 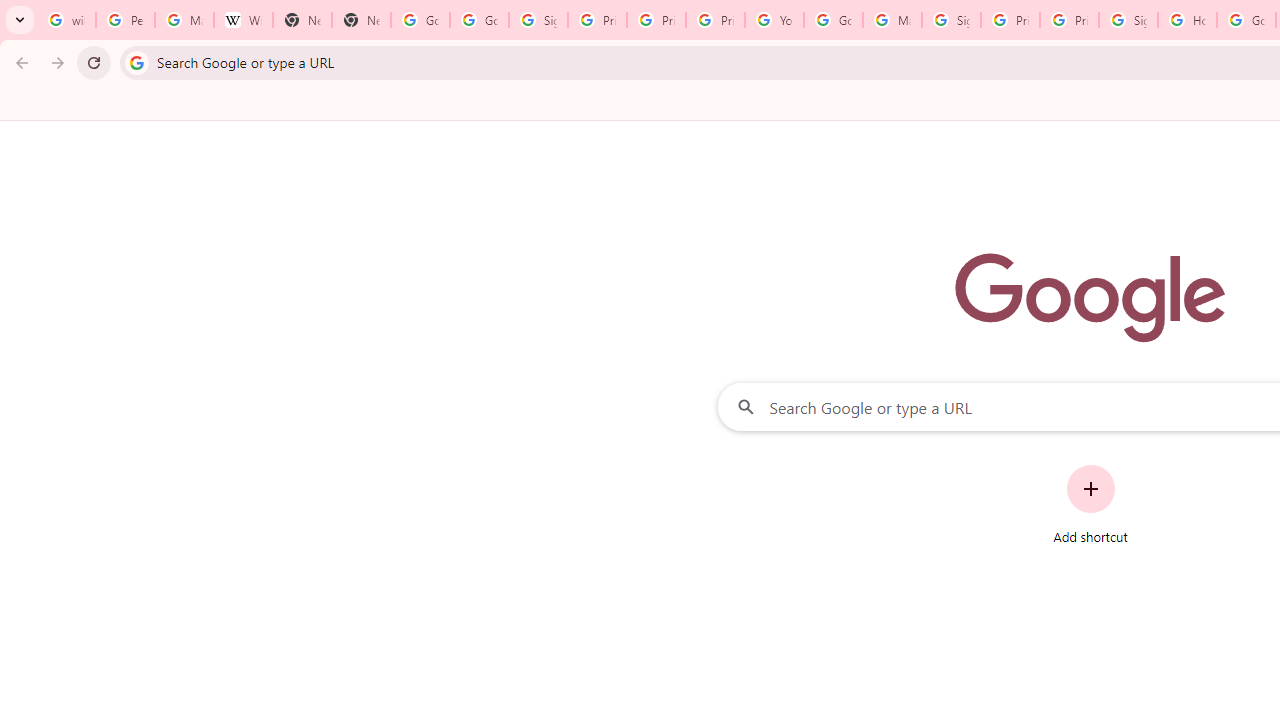 What do you see at coordinates (1128, 20) in the screenshot?
I see `'Sign in - Google Accounts'` at bounding box center [1128, 20].